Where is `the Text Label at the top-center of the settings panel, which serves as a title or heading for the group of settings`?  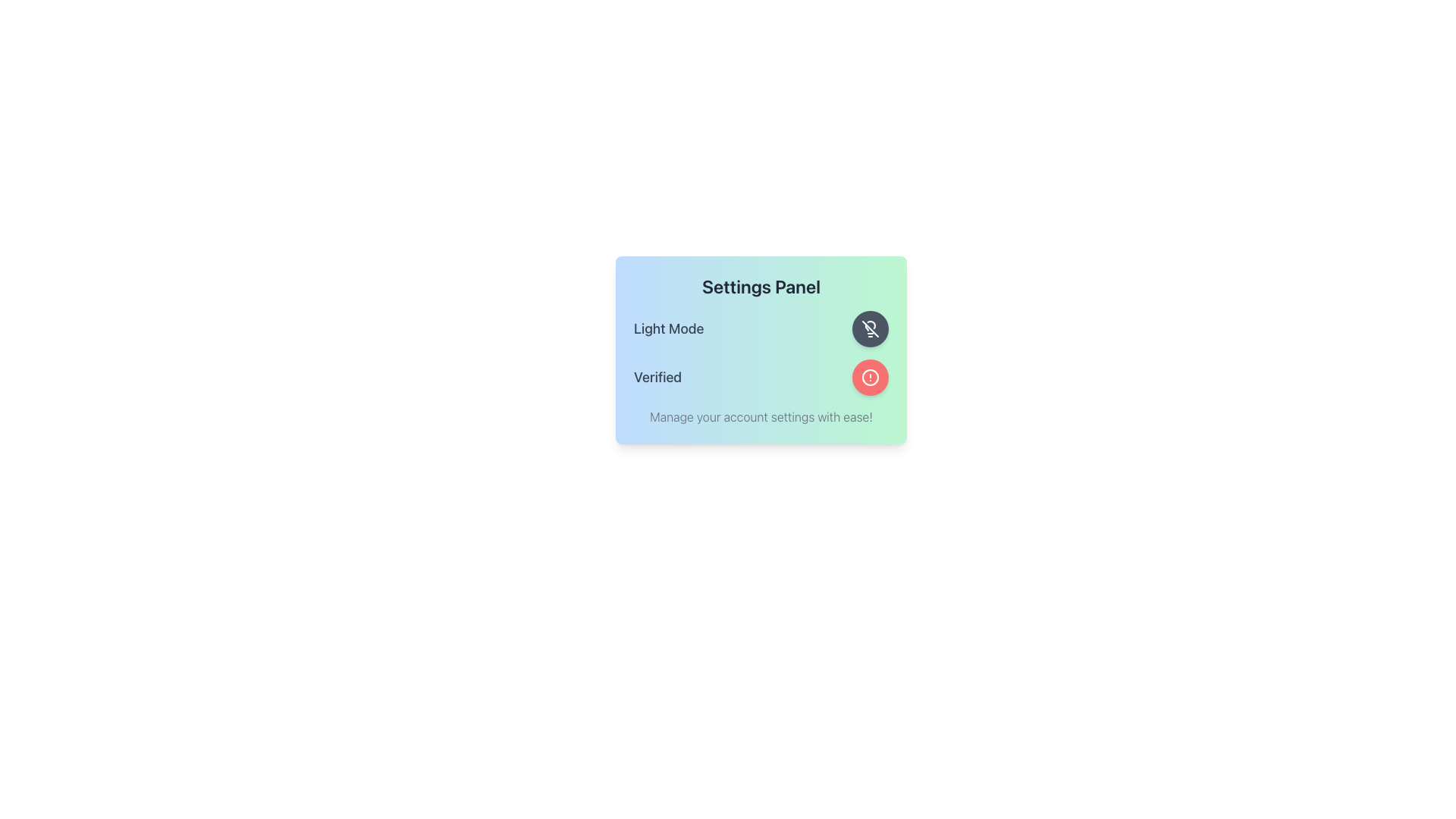
the Text Label at the top-center of the settings panel, which serves as a title or heading for the group of settings is located at coordinates (761, 287).